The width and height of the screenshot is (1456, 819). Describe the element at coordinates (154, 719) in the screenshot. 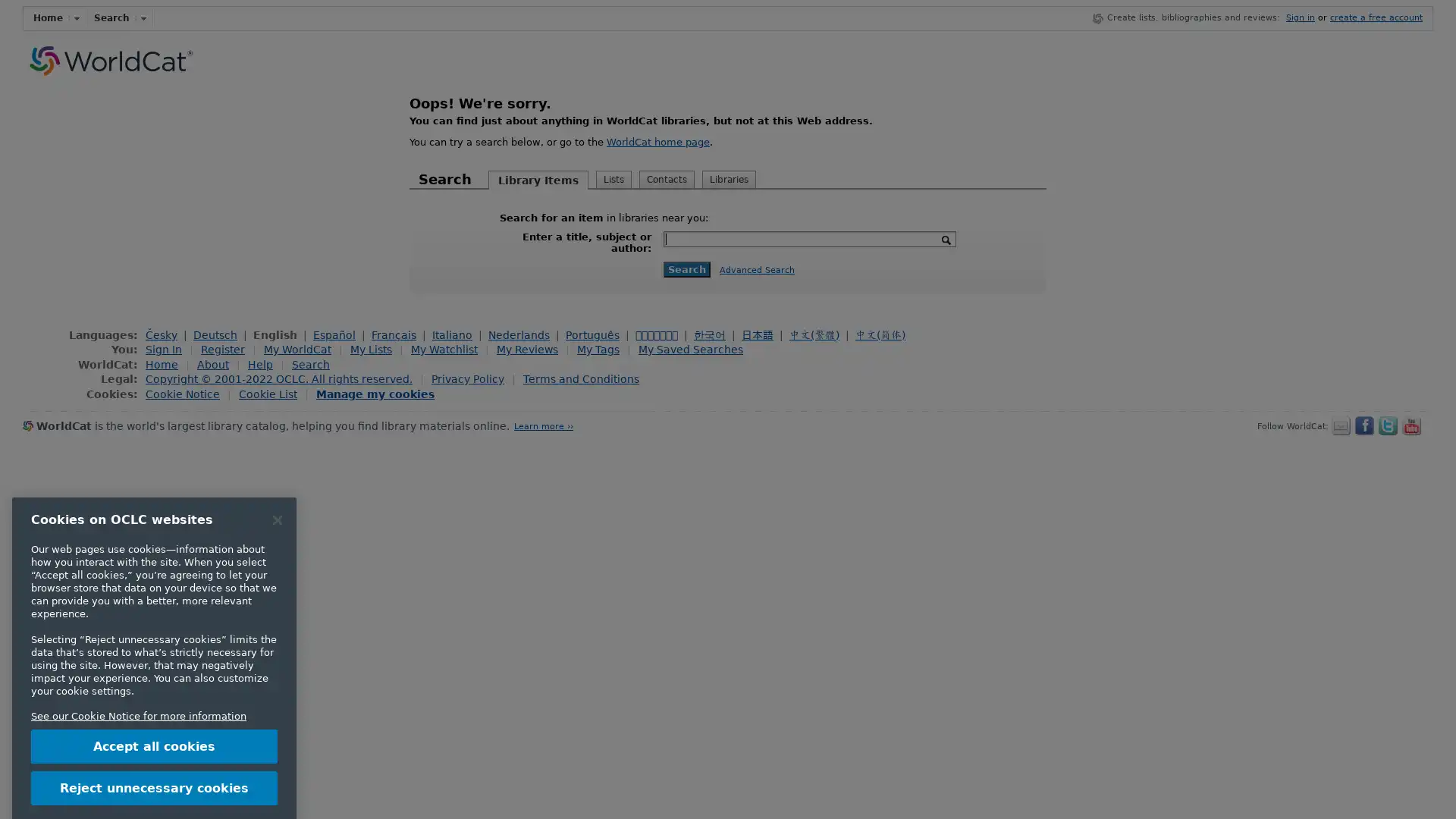

I see `Reject unnecessary cookies` at that location.